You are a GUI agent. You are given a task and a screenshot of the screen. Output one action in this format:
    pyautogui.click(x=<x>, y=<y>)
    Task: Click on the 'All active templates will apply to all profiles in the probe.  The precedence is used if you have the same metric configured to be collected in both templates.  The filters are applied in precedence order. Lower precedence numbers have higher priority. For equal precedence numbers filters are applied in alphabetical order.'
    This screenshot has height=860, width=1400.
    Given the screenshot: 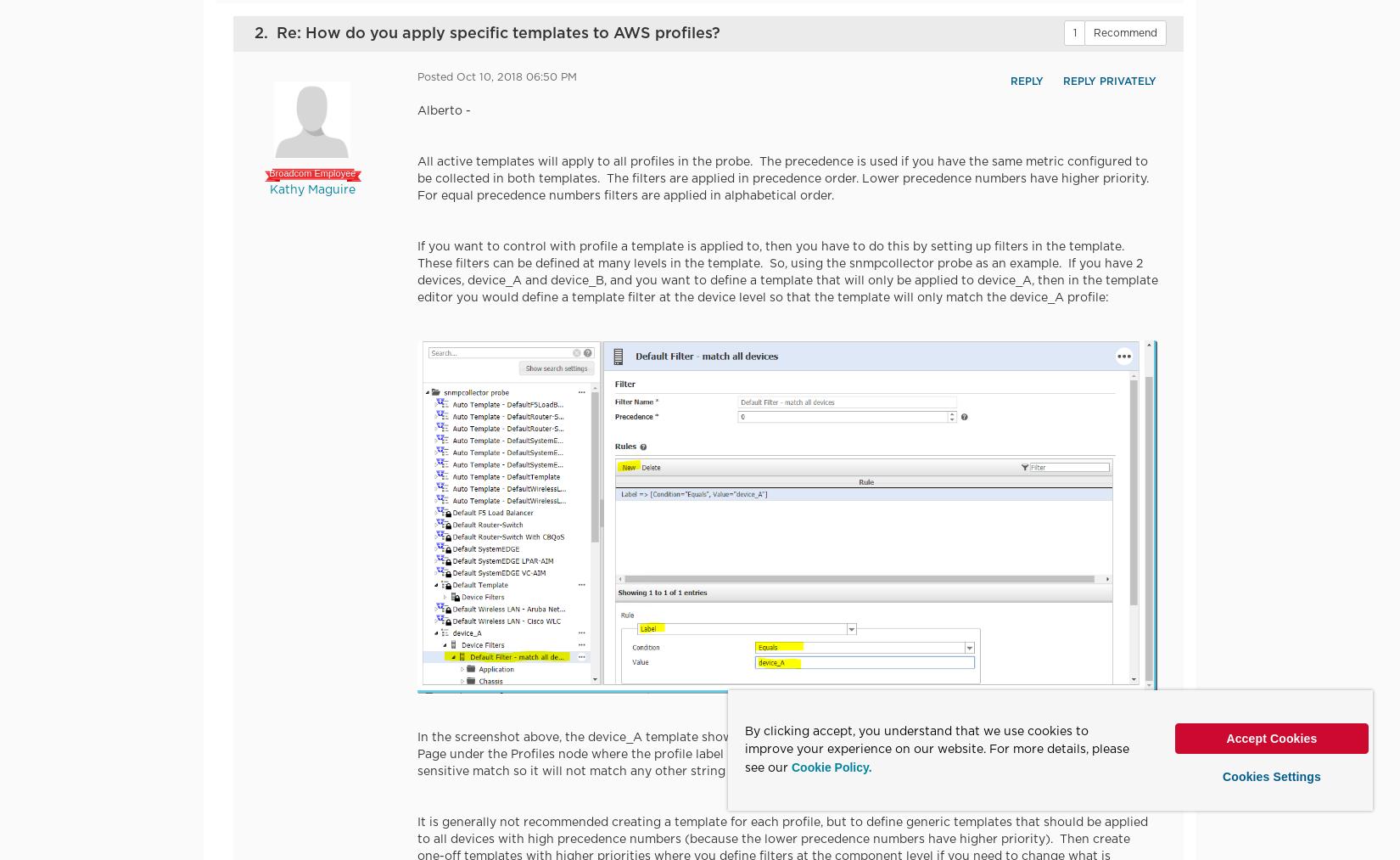 What is the action you would take?
    pyautogui.click(x=782, y=178)
    